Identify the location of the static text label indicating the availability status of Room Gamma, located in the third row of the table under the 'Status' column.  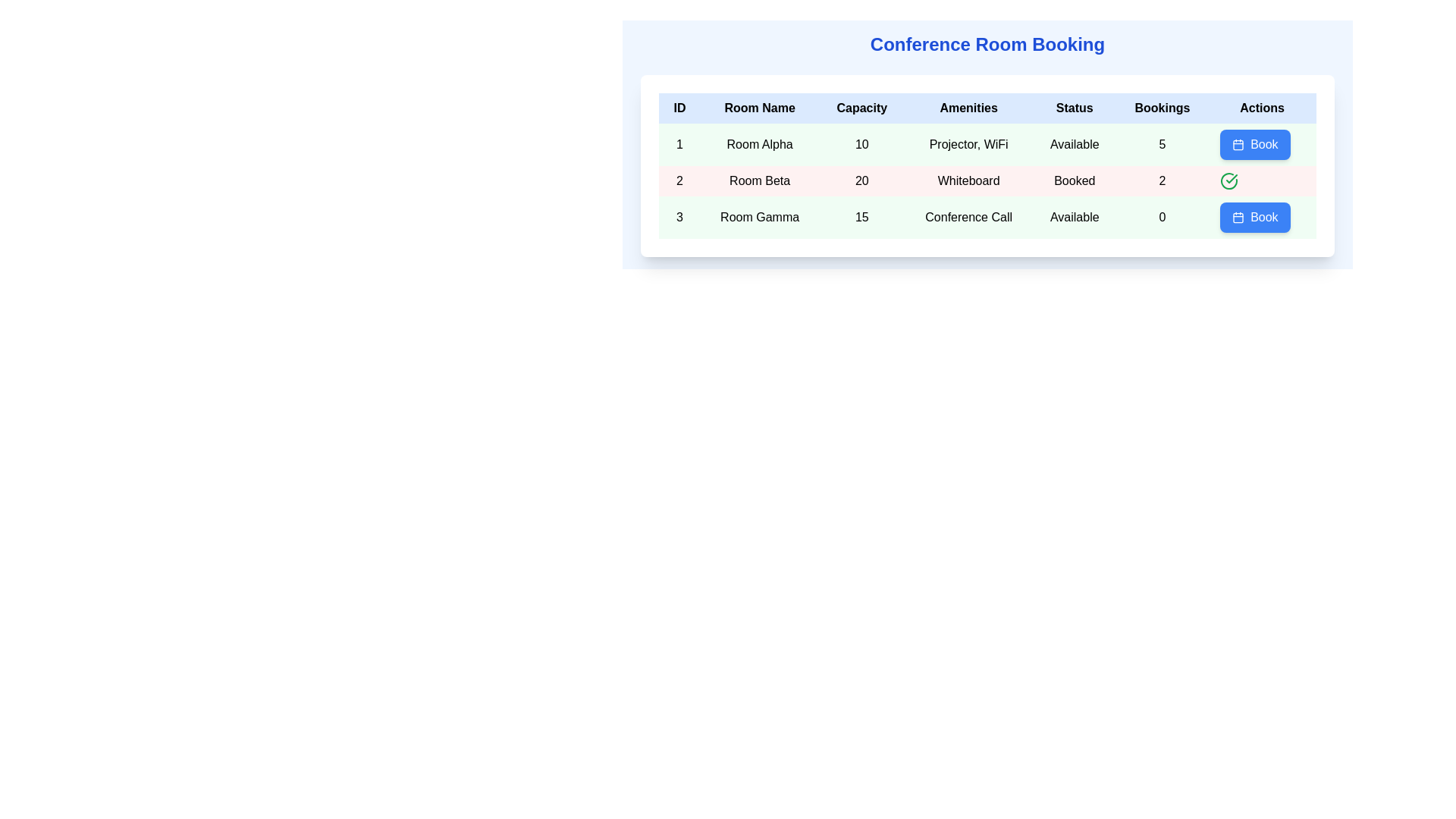
(1074, 217).